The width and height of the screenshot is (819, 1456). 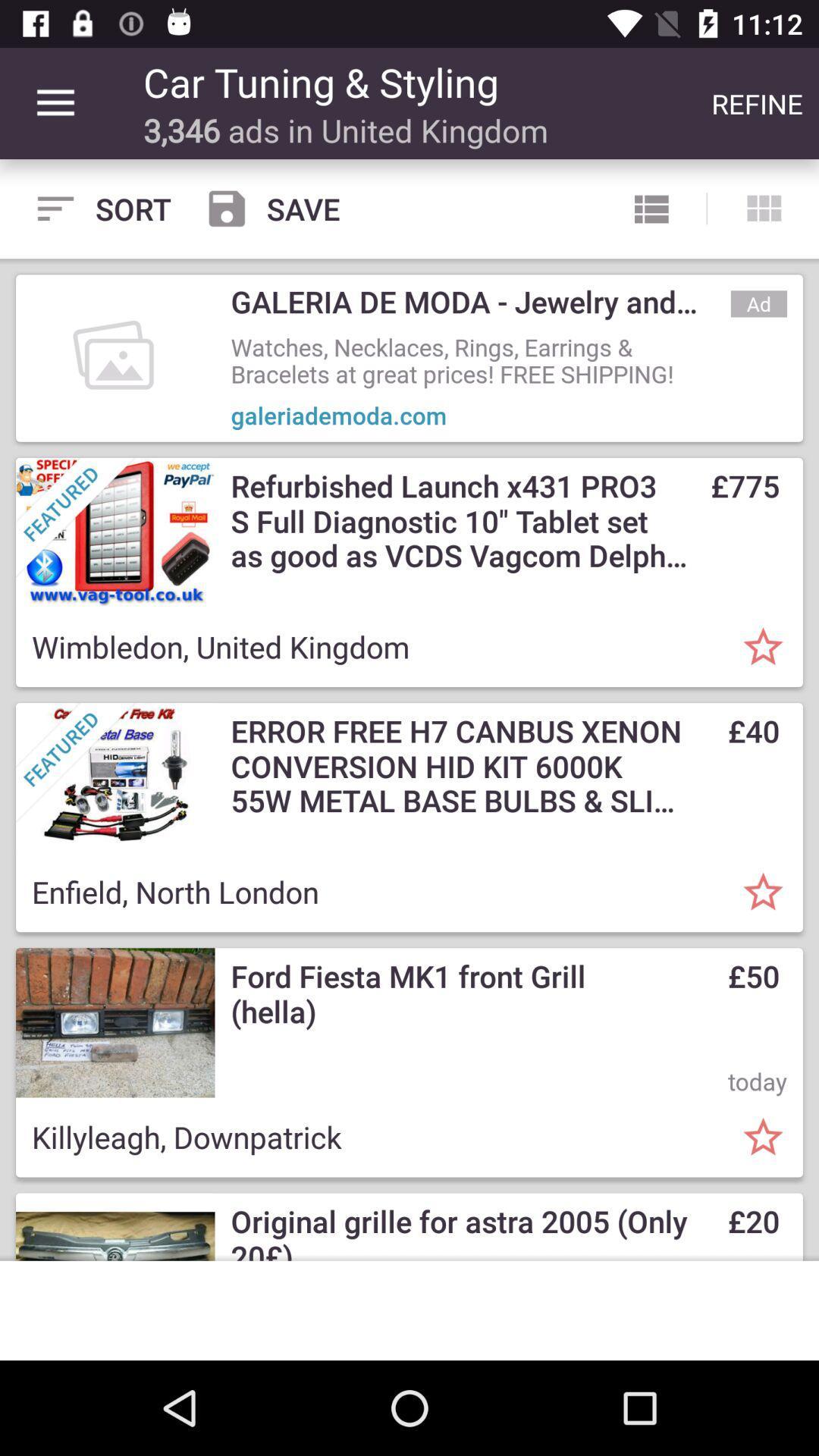 What do you see at coordinates (115, 357) in the screenshot?
I see `the first image below sort` at bounding box center [115, 357].